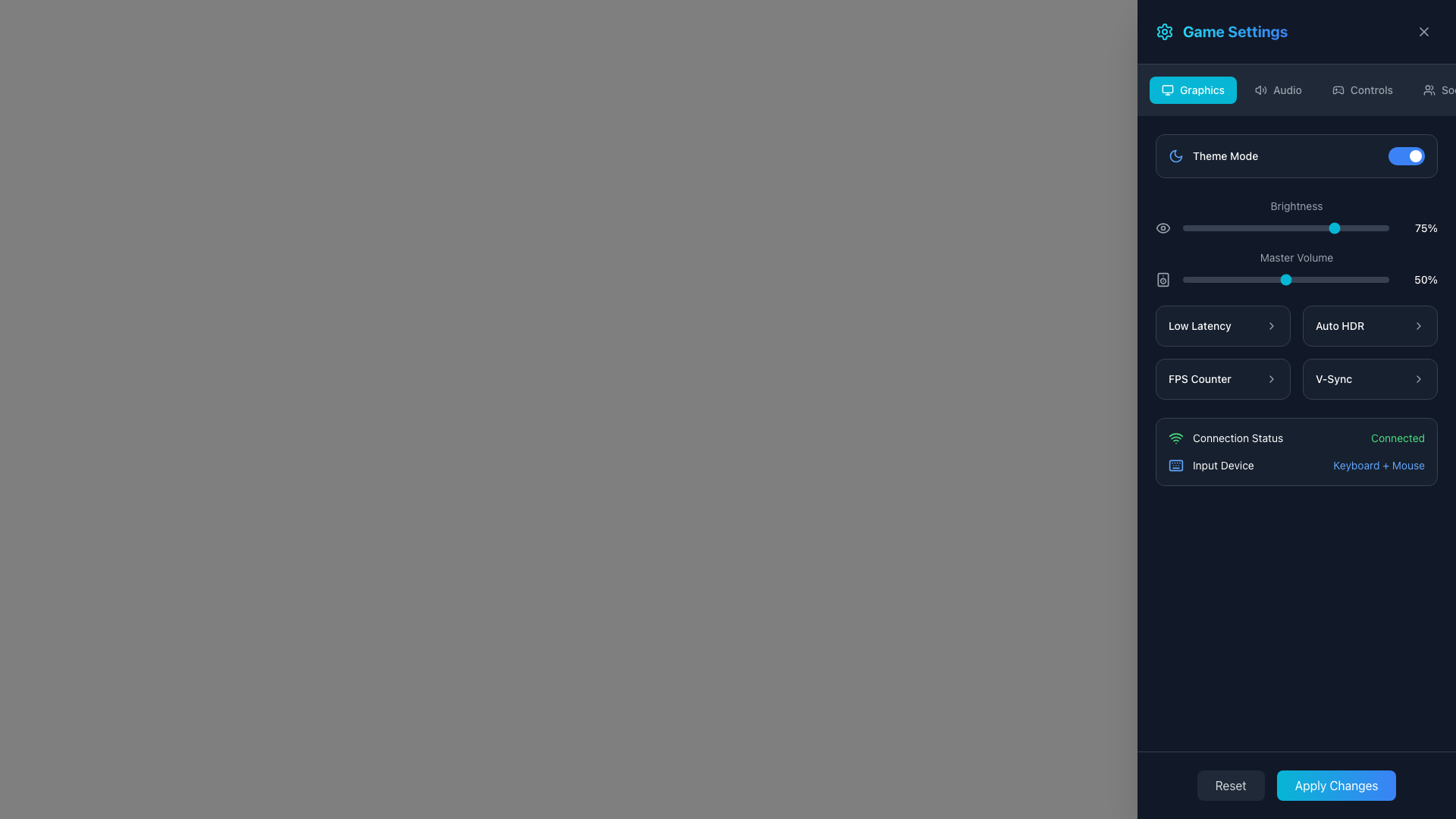  What do you see at coordinates (1428, 90) in the screenshot?
I see `the first icon in the navigation menu on the right side of the application interface that represents the 'Social' section` at bounding box center [1428, 90].